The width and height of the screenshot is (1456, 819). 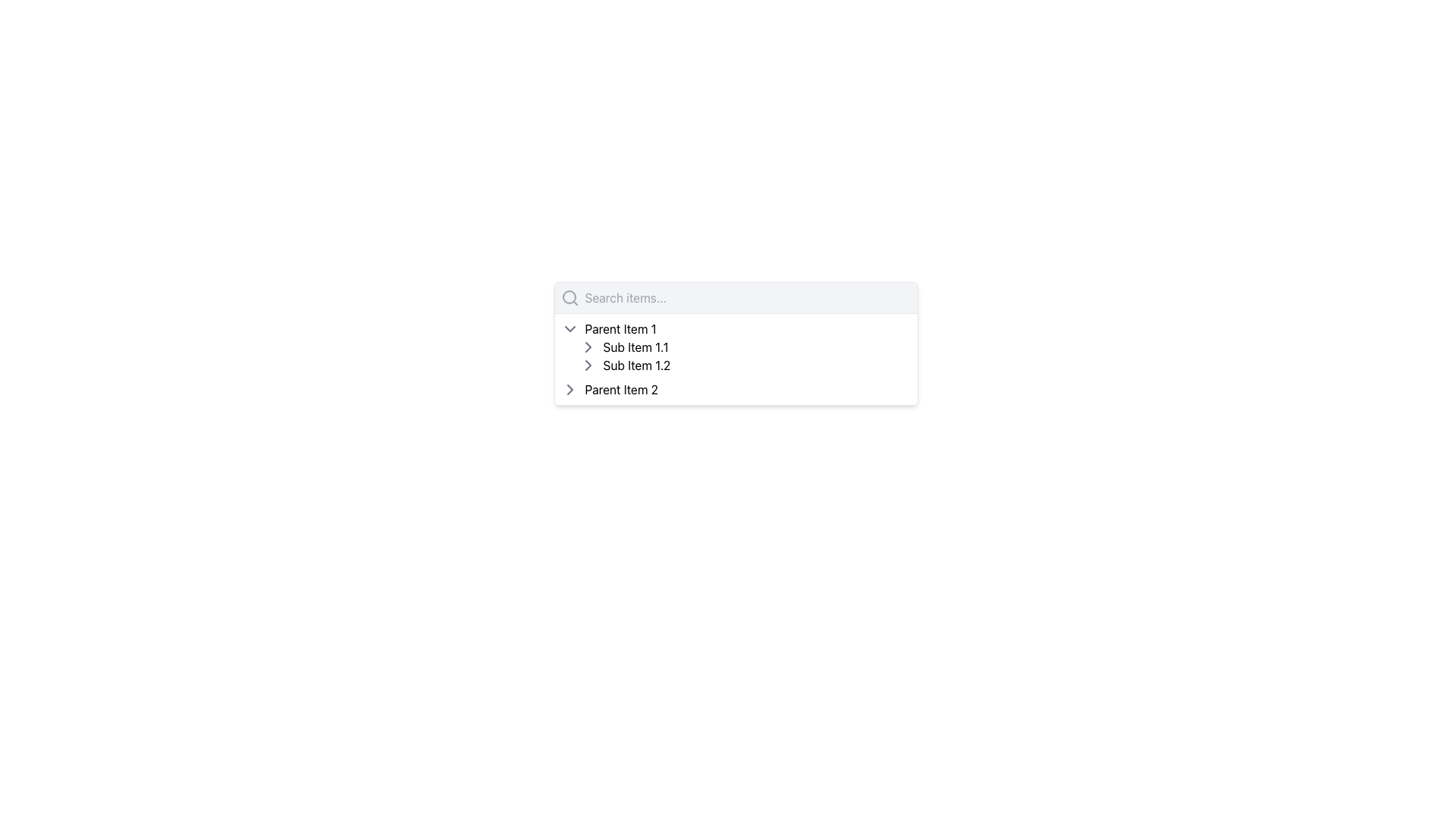 What do you see at coordinates (587, 366) in the screenshot?
I see `the chevron icon located to the left of the text 'Sub Item 1.2'` at bounding box center [587, 366].